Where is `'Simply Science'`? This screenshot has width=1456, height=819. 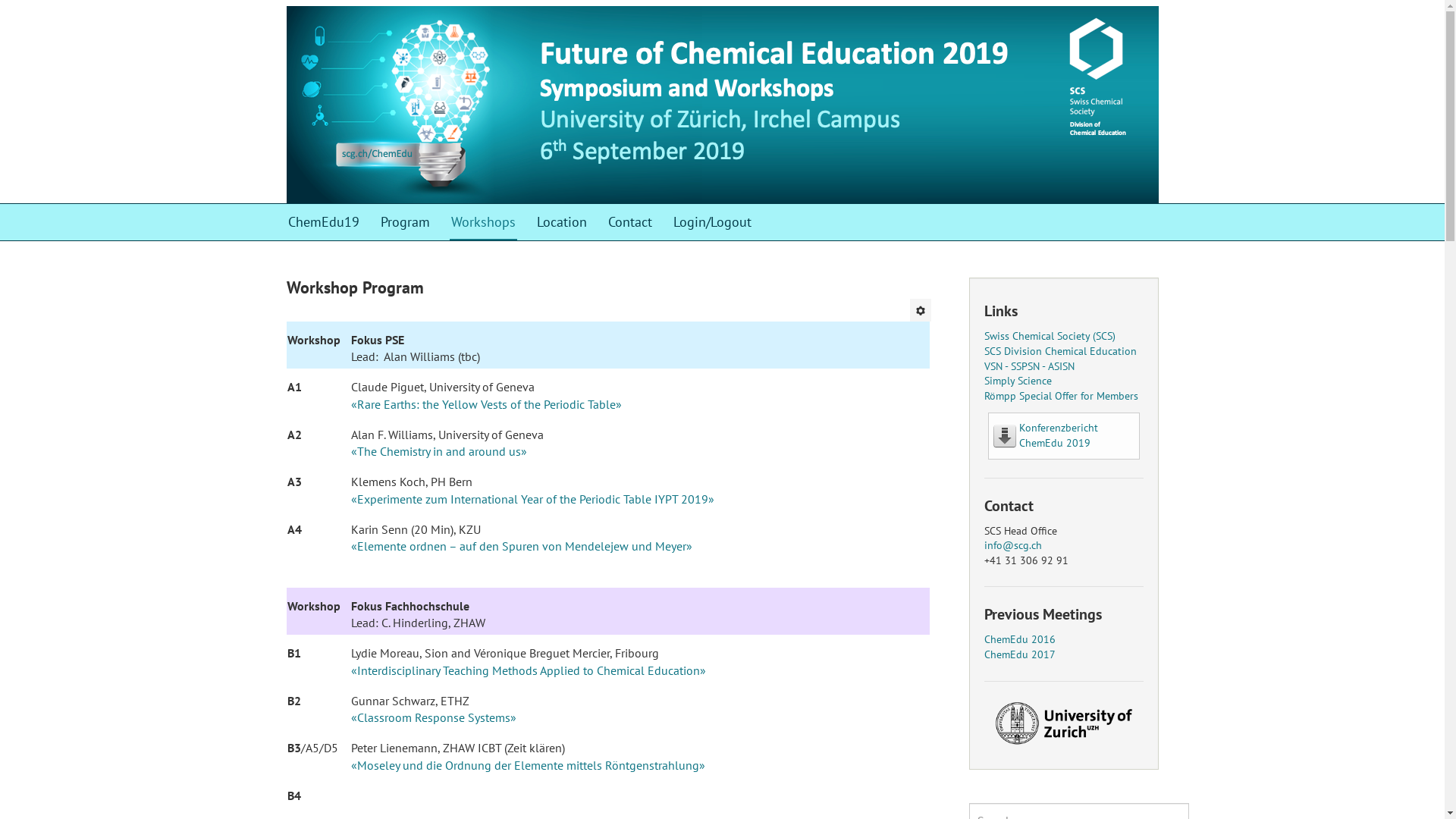 'Simply Science' is located at coordinates (1018, 379).